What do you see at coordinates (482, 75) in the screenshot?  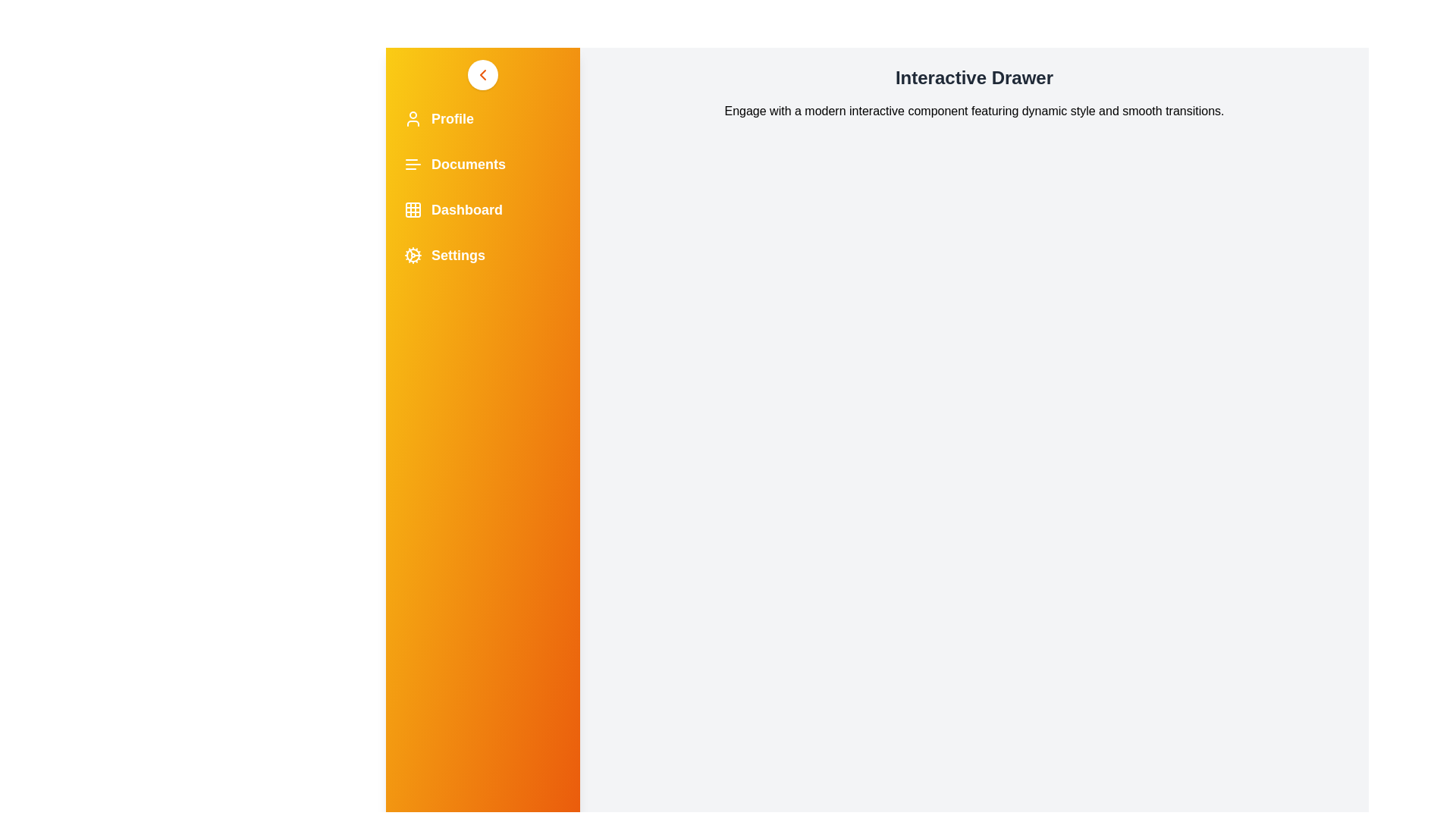 I see `toggle button to change the drawer's state` at bounding box center [482, 75].